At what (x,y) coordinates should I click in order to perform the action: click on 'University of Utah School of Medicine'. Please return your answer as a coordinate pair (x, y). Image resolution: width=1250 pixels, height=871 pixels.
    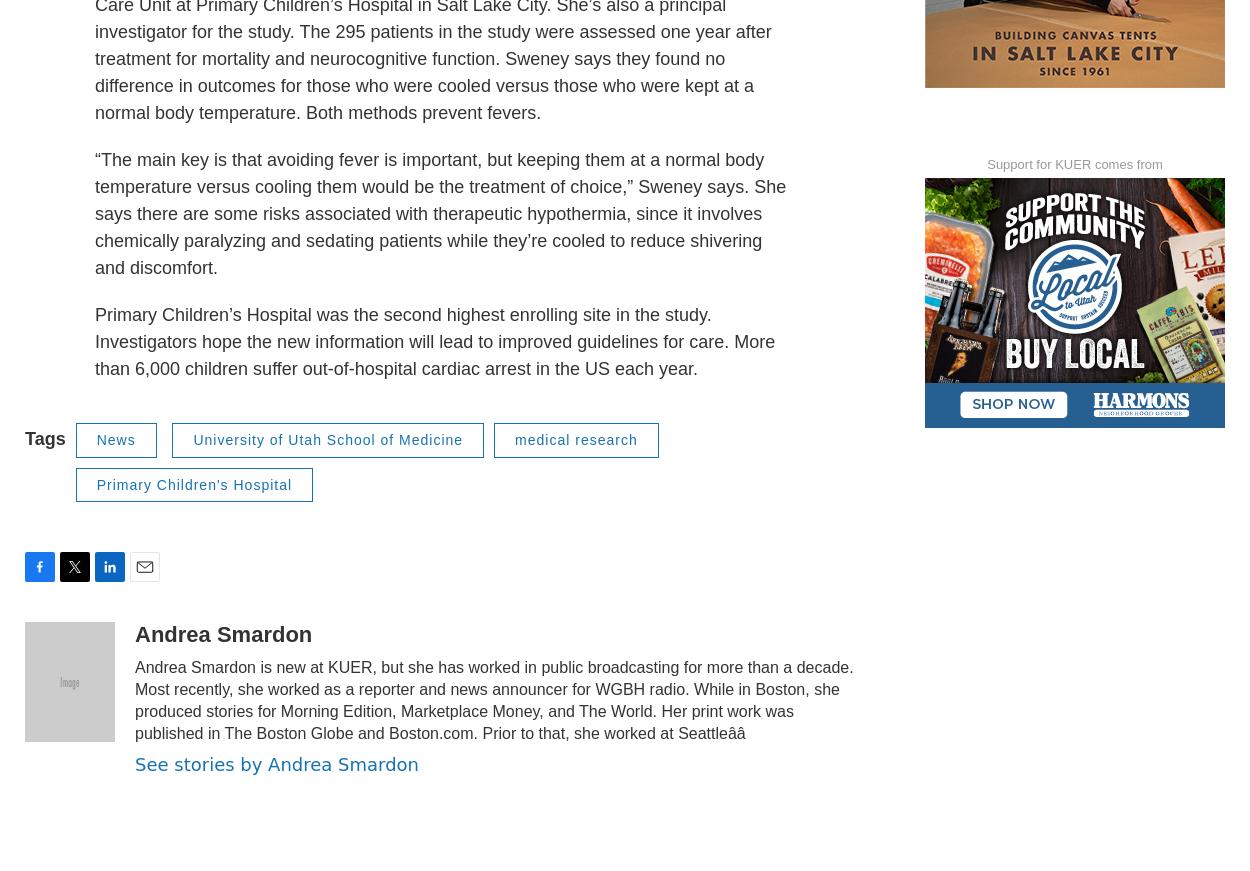
    Looking at the image, I should click on (327, 482).